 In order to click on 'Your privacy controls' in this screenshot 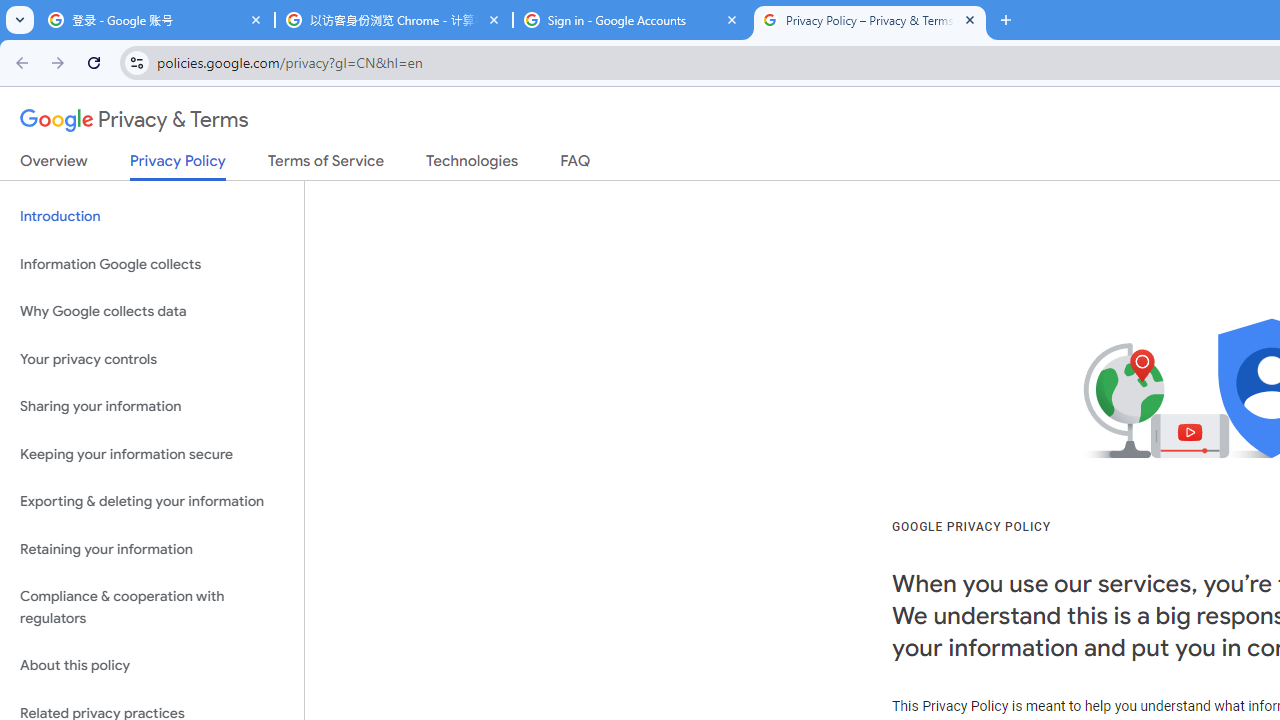, I will do `click(151, 358)`.